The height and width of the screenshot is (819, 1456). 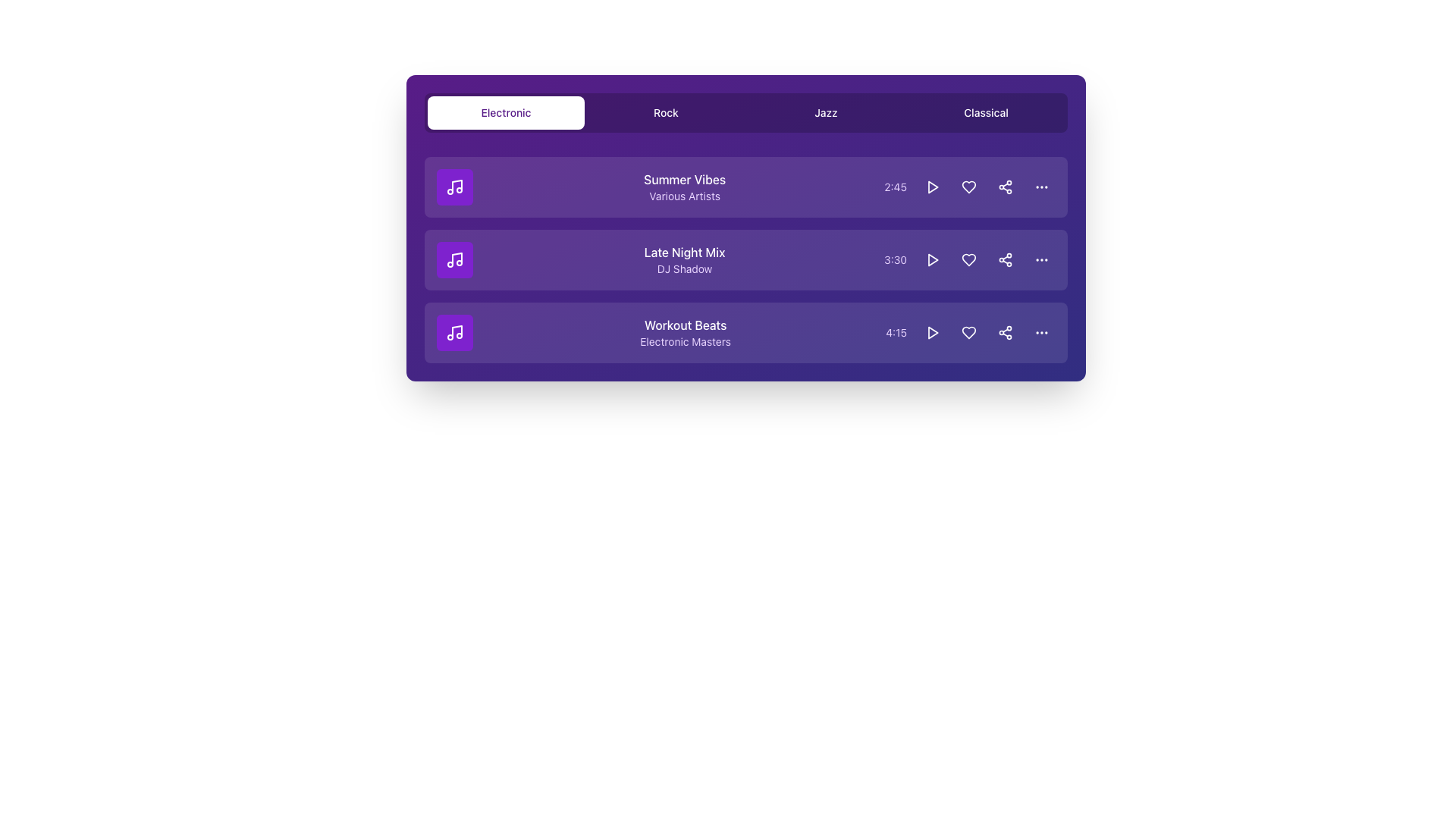 I want to click on the three dots icon/button located to the extreme right of the third row in the list, which has a white stroke on a purple background, so click(x=1040, y=332).